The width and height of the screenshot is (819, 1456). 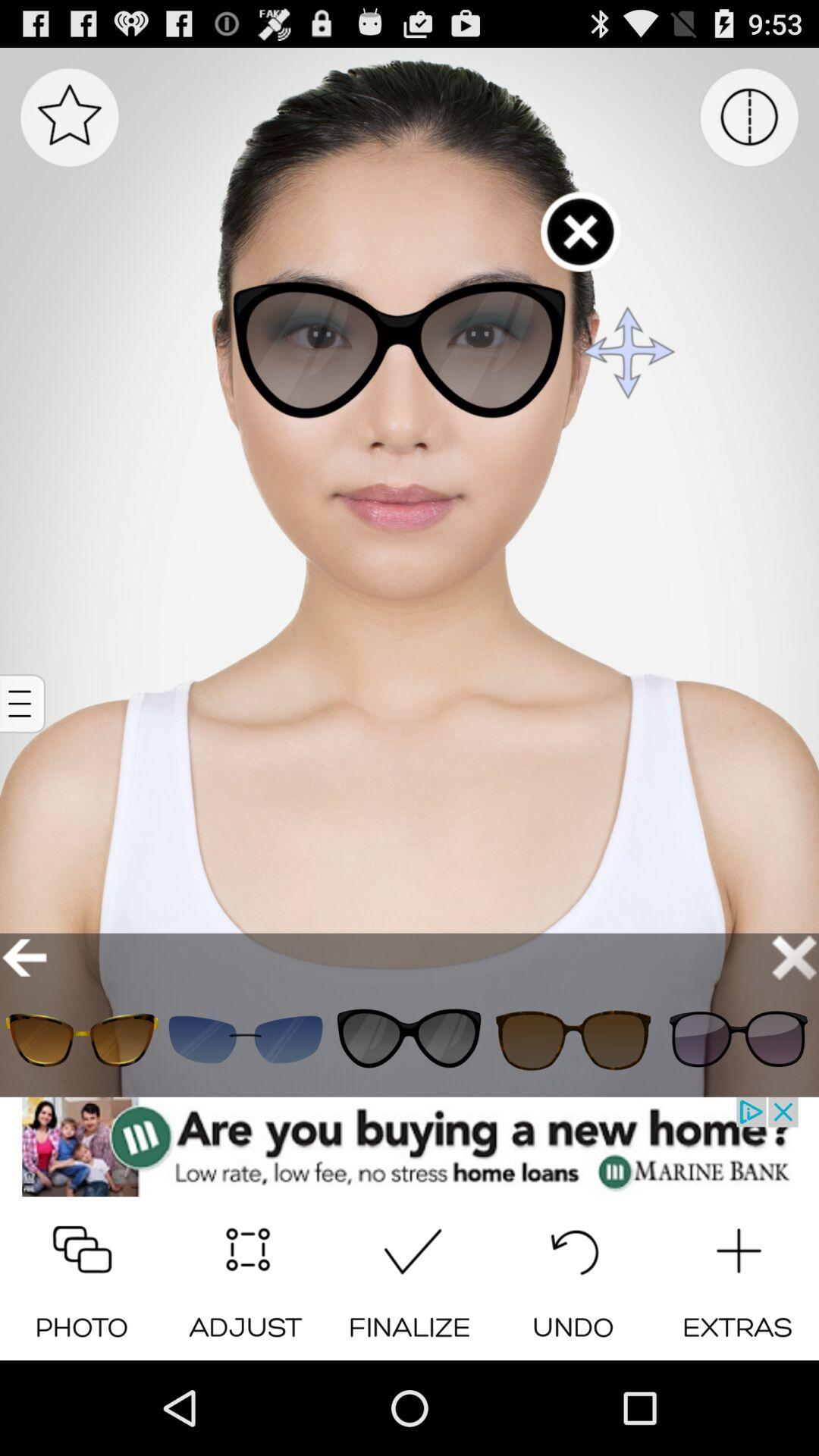 I want to click on the menu icon, so click(x=24, y=753).